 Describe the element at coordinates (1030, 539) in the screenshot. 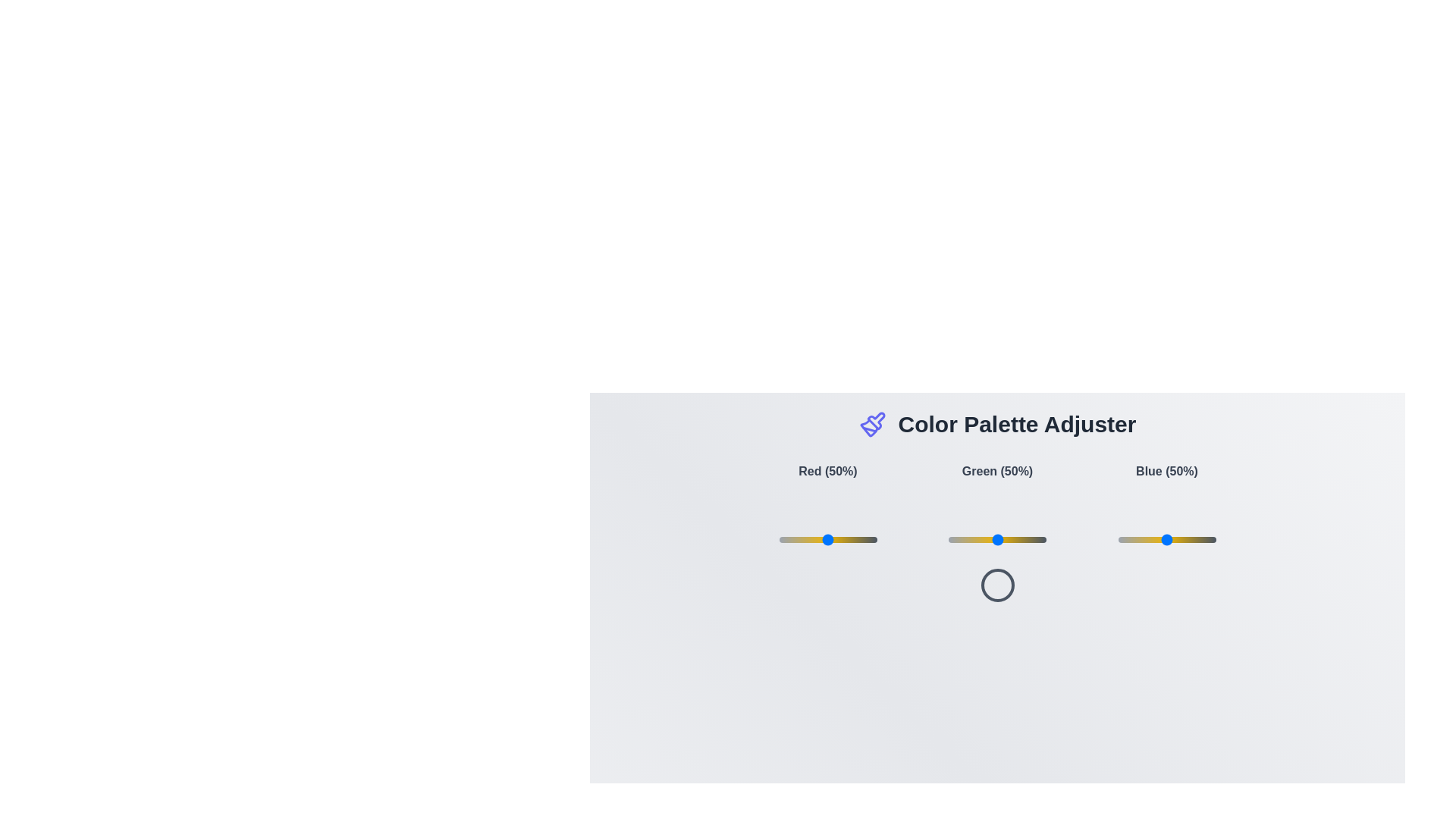

I see `the green slider to 83%` at that location.